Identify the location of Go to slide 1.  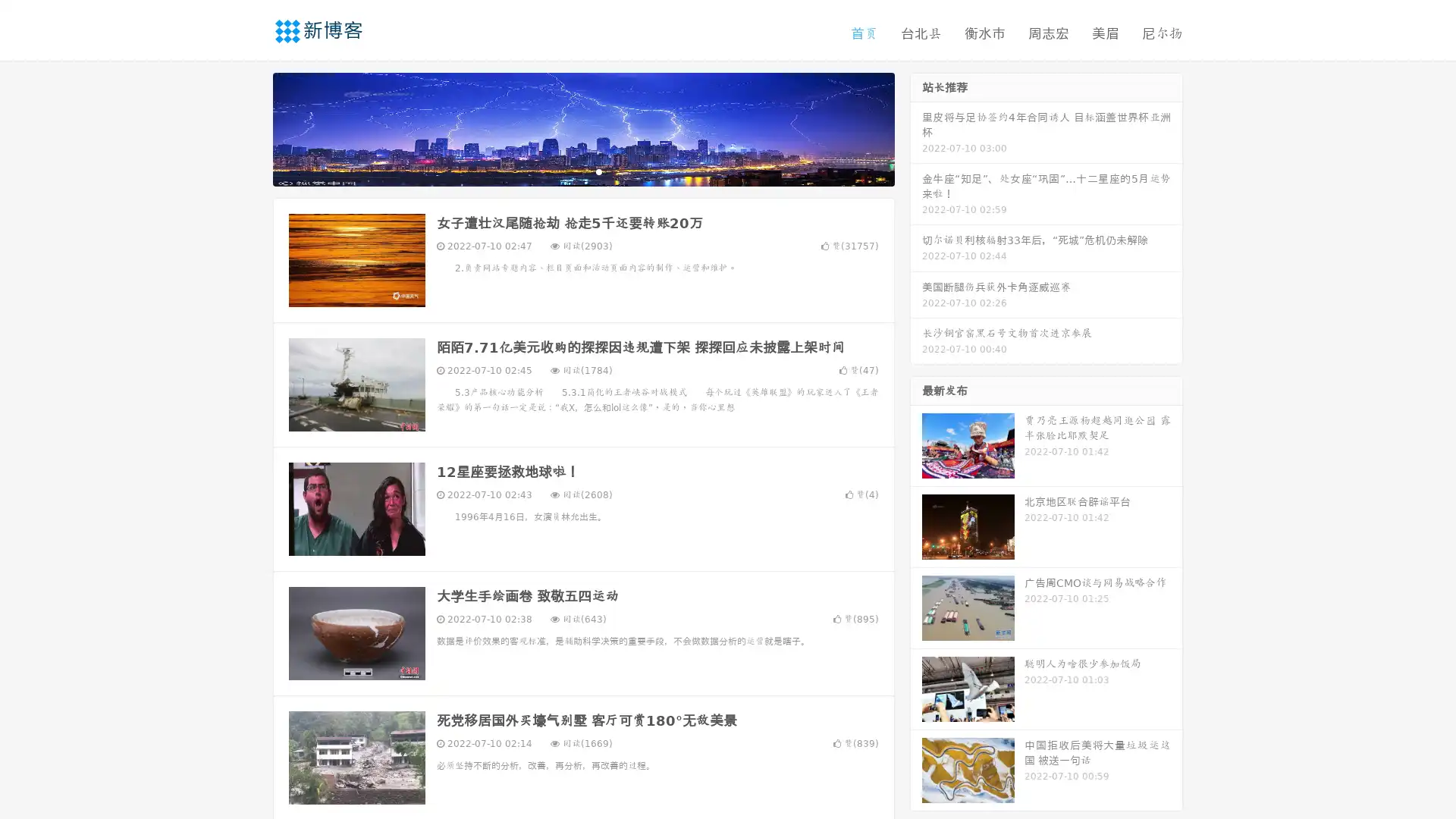
(567, 171).